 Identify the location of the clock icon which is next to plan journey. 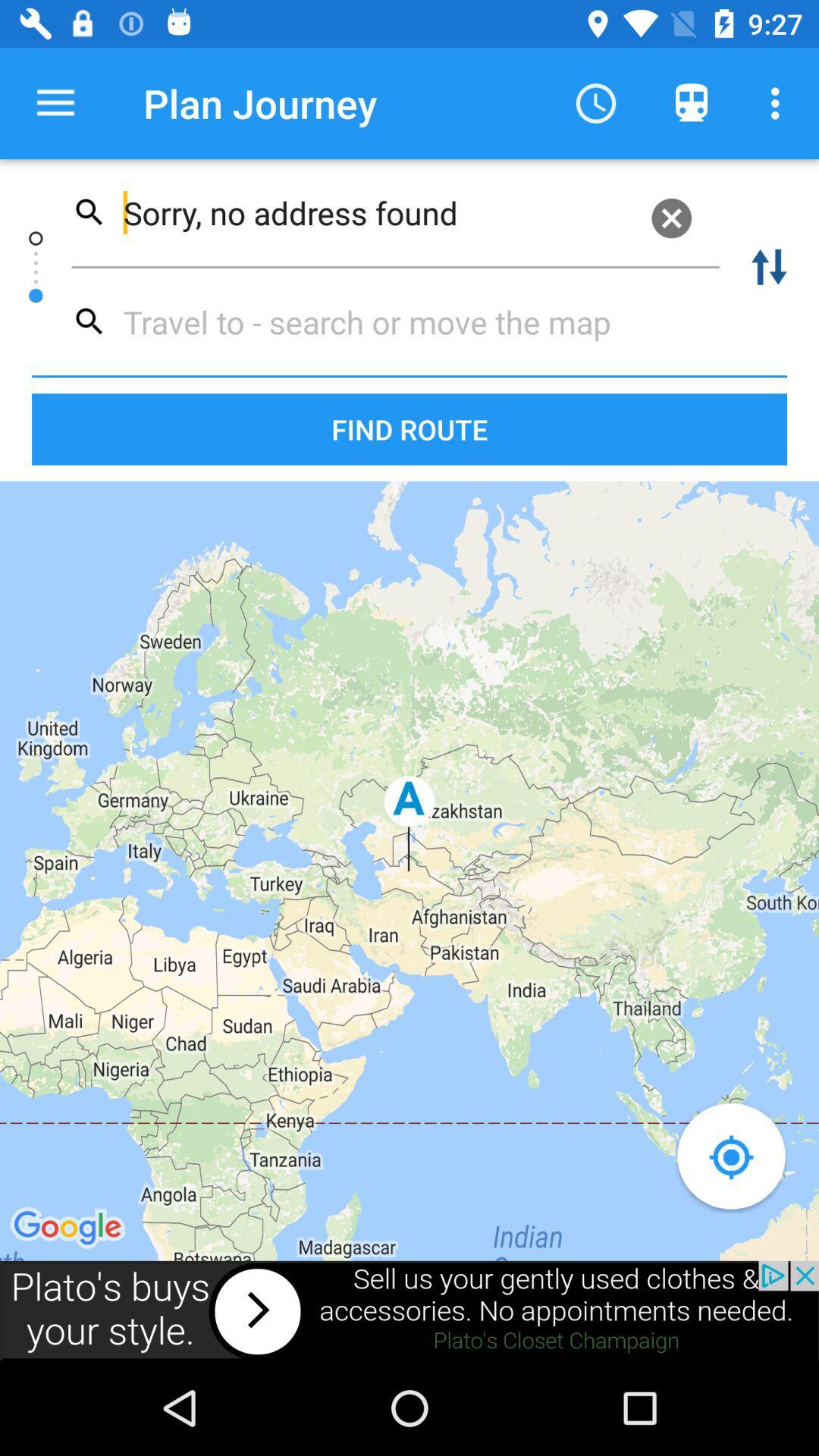
(595, 103).